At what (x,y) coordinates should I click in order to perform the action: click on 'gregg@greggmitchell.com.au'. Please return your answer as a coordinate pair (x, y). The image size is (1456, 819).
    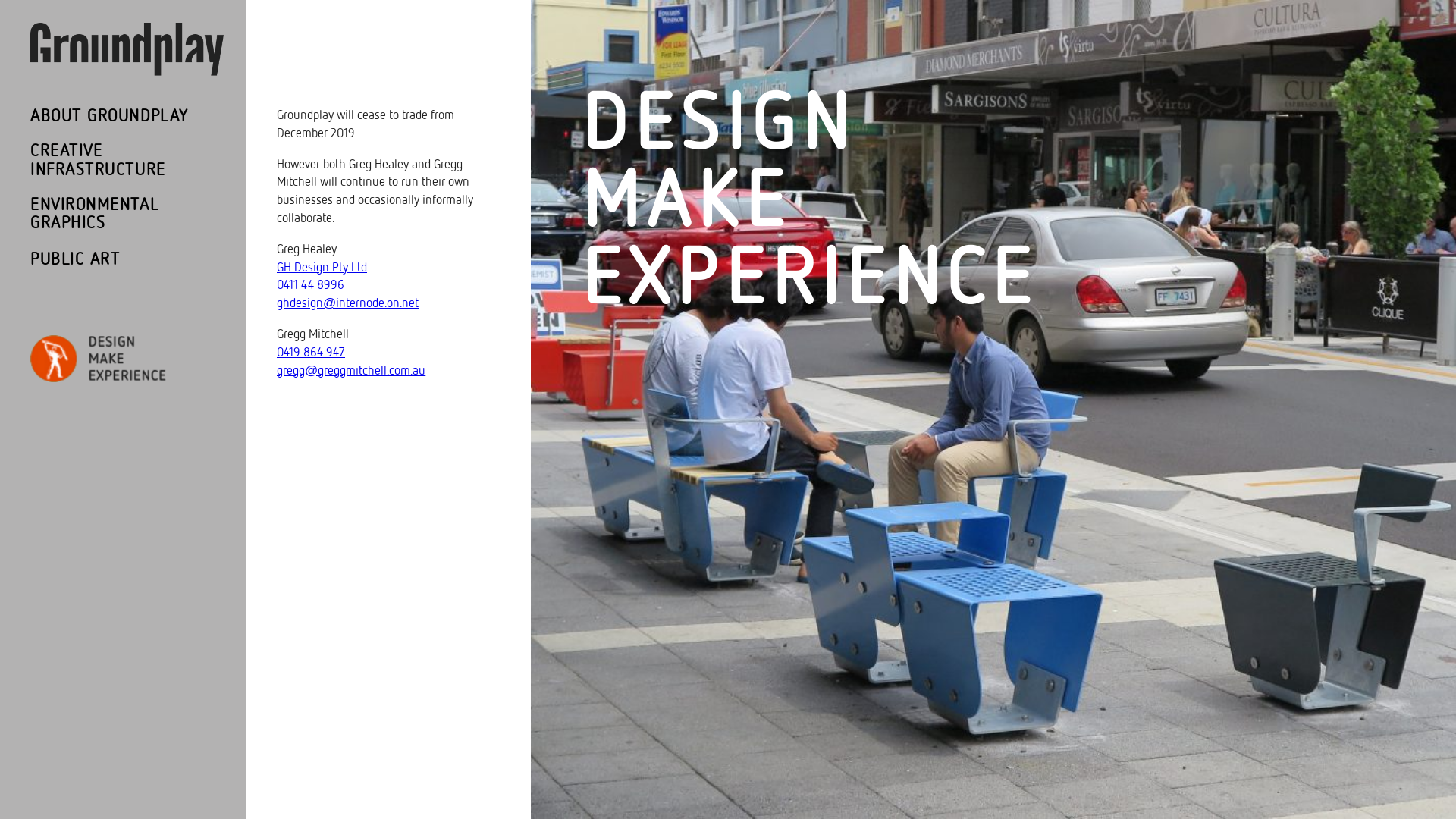
    Looking at the image, I should click on (350, 370).